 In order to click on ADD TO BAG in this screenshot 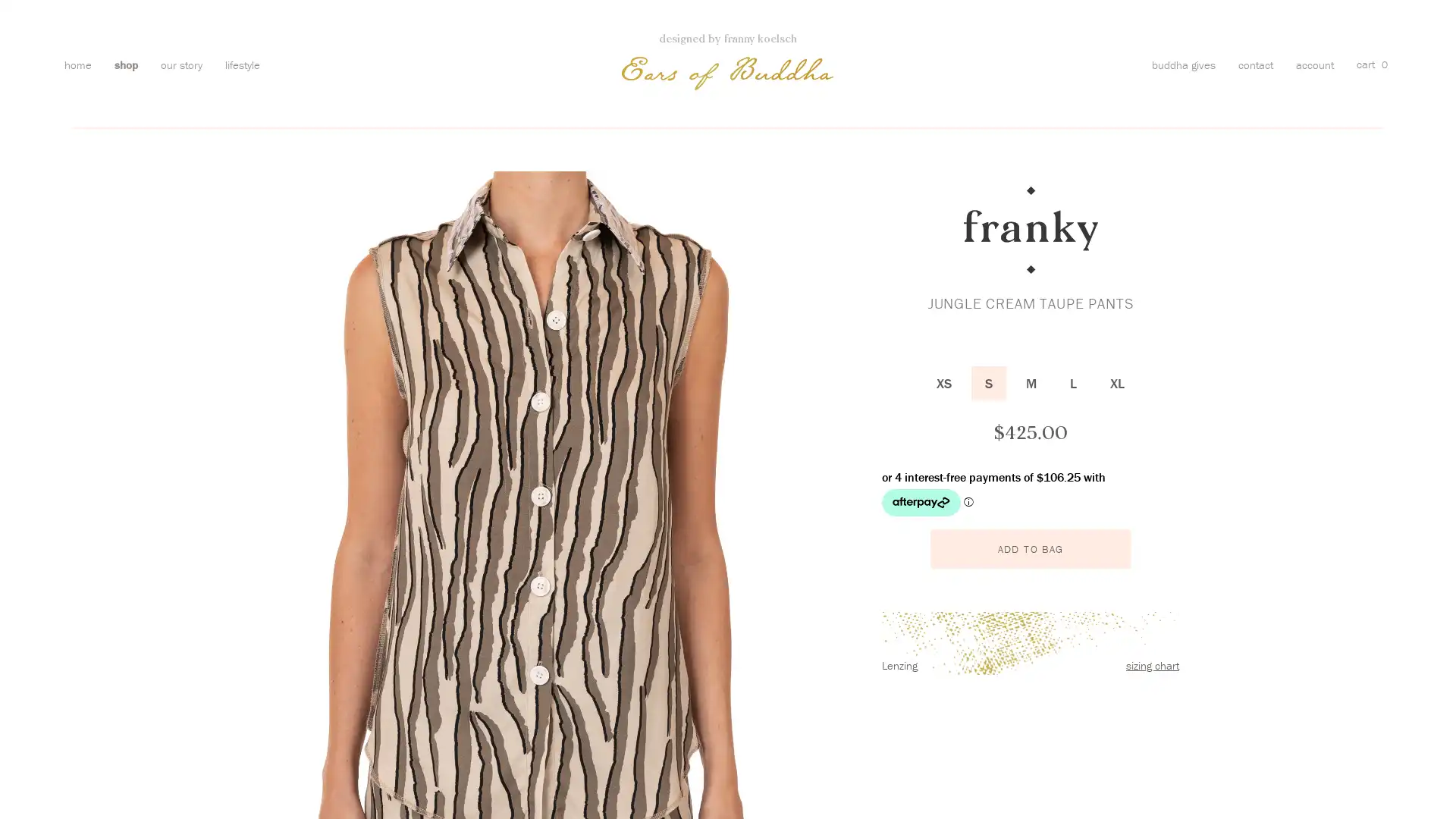, I will do `click(1030, 552)`.